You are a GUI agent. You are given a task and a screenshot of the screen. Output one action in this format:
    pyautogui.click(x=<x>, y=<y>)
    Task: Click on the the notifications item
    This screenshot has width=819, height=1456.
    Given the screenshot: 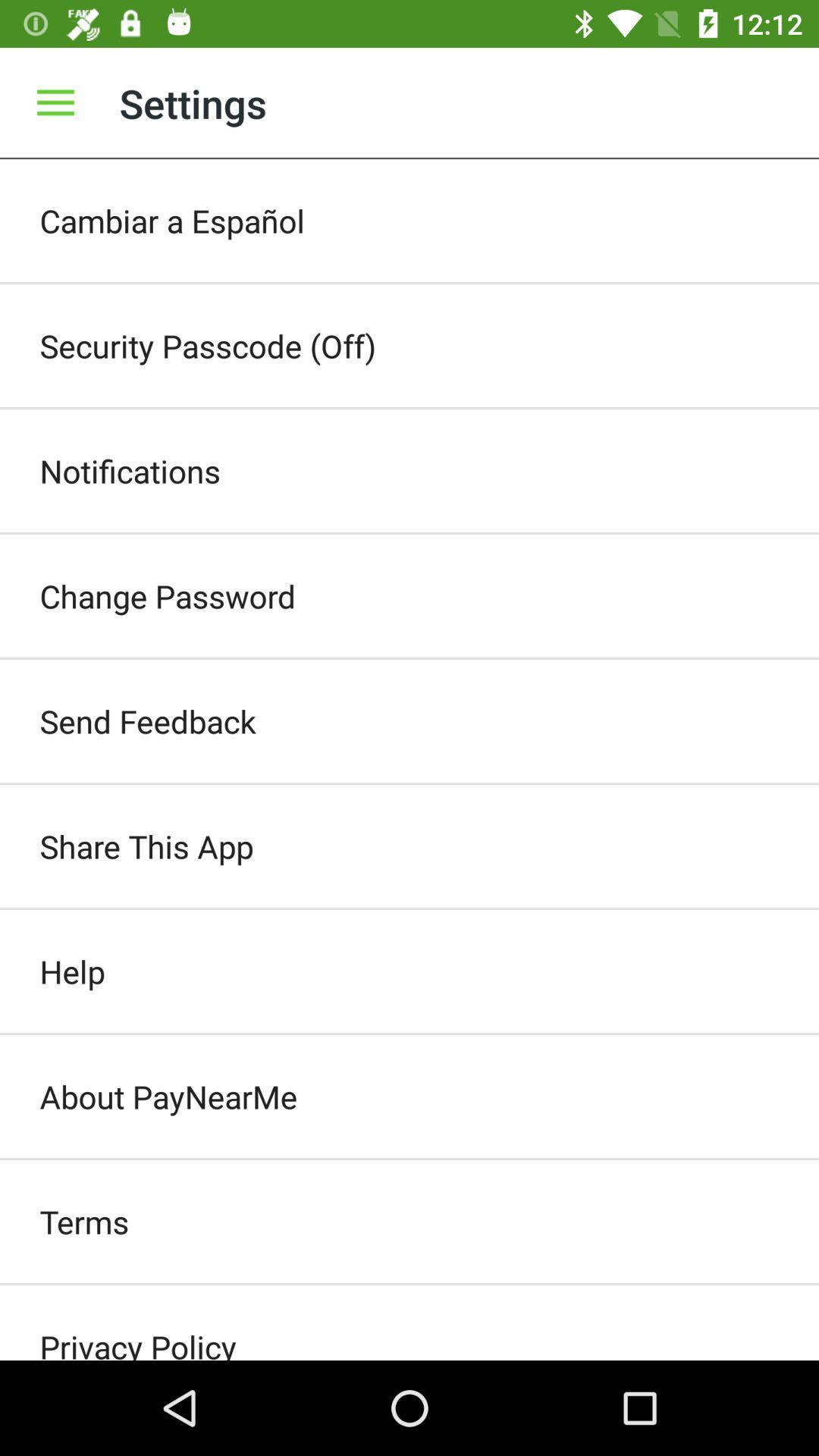 What is the action you would take?
    pyautogui.click(x=409, y=469)
    